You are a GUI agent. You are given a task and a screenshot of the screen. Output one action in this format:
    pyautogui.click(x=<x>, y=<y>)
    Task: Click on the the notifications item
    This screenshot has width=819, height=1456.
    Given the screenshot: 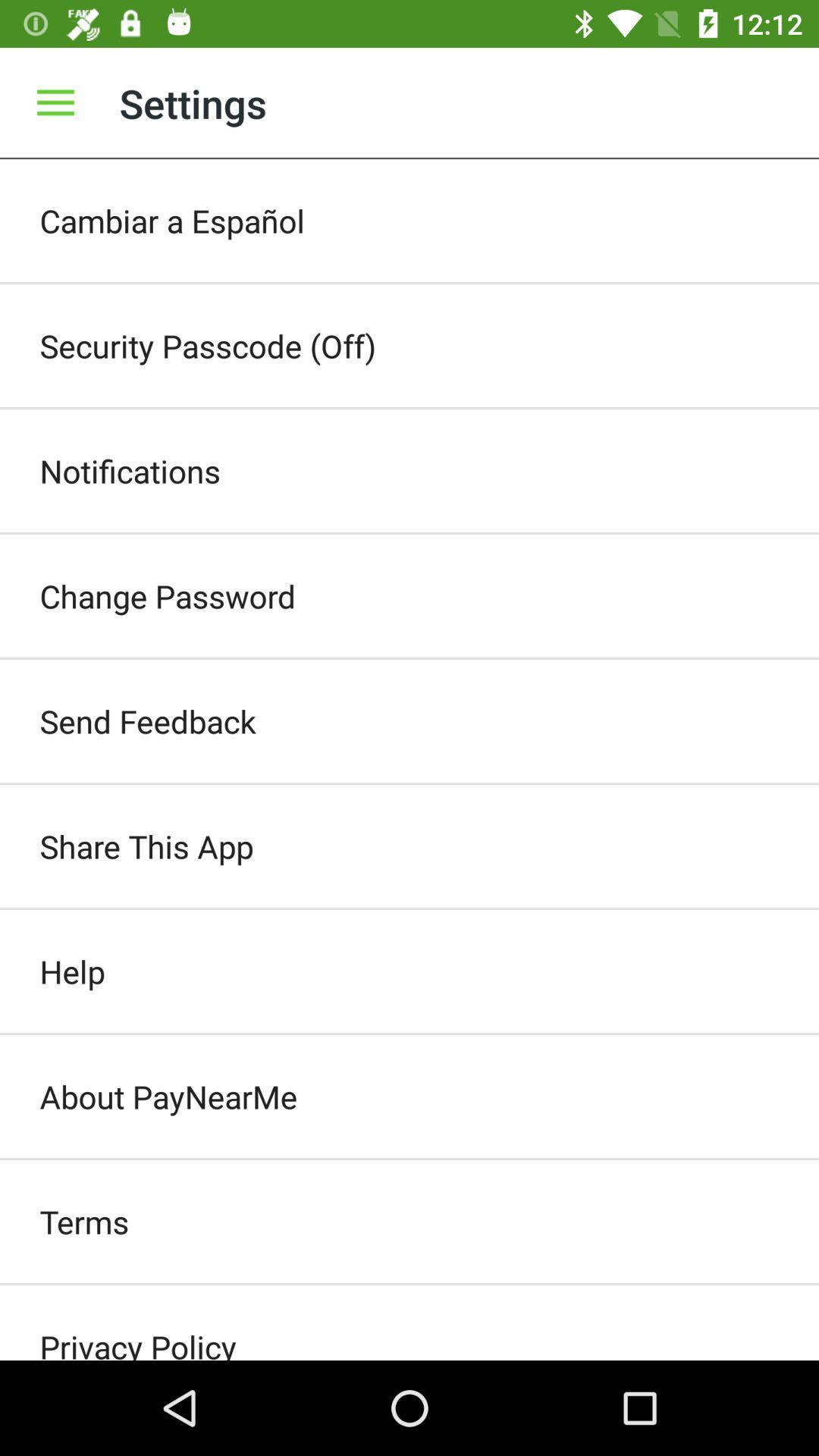 What is the action you would take?
    pyautogui.click(x=409, y=469)
    